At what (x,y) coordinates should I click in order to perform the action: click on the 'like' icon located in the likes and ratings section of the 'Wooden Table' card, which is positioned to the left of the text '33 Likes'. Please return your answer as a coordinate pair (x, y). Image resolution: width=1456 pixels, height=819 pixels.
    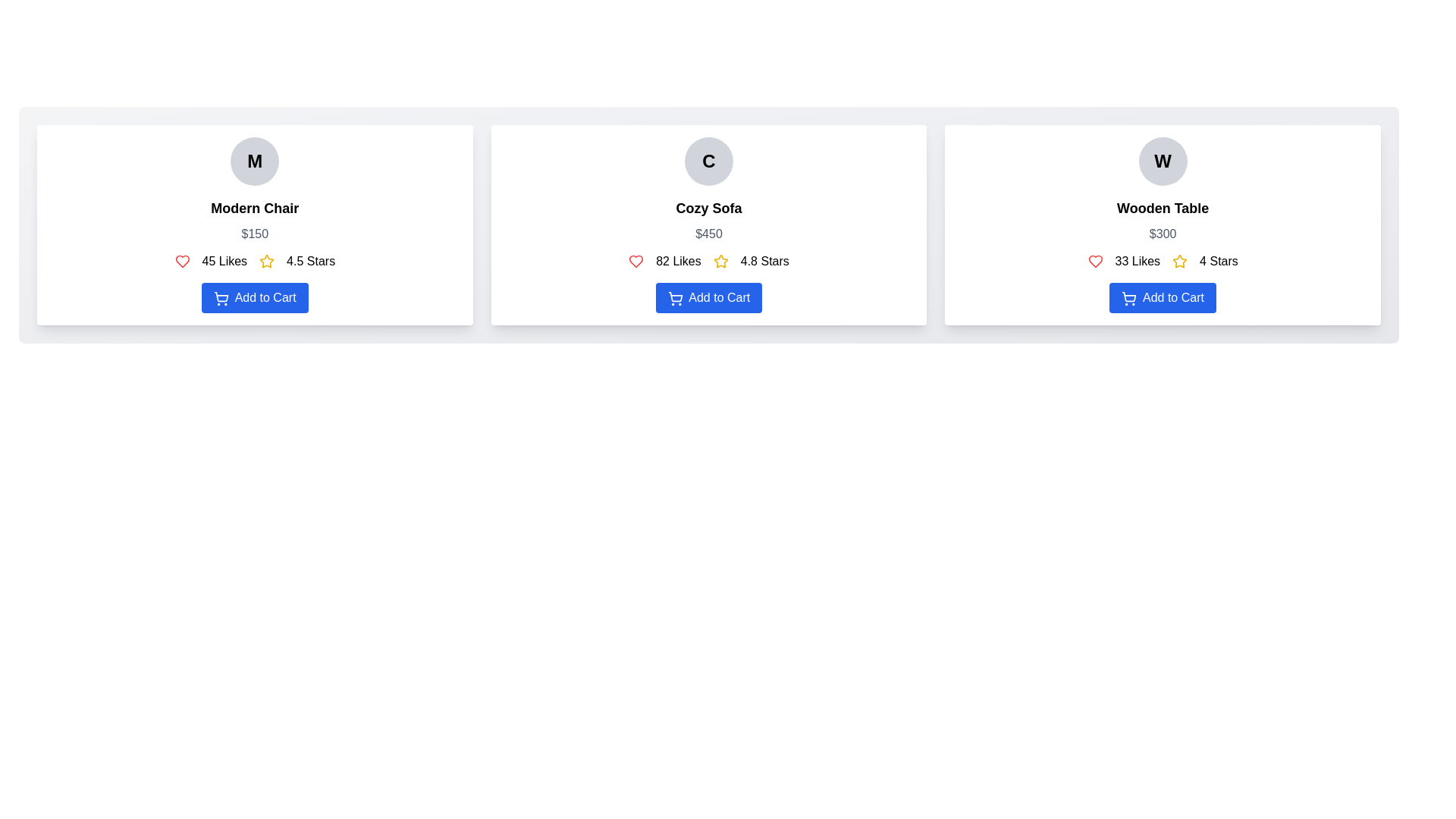
    Looking at the image, I should click on (1095, 260).